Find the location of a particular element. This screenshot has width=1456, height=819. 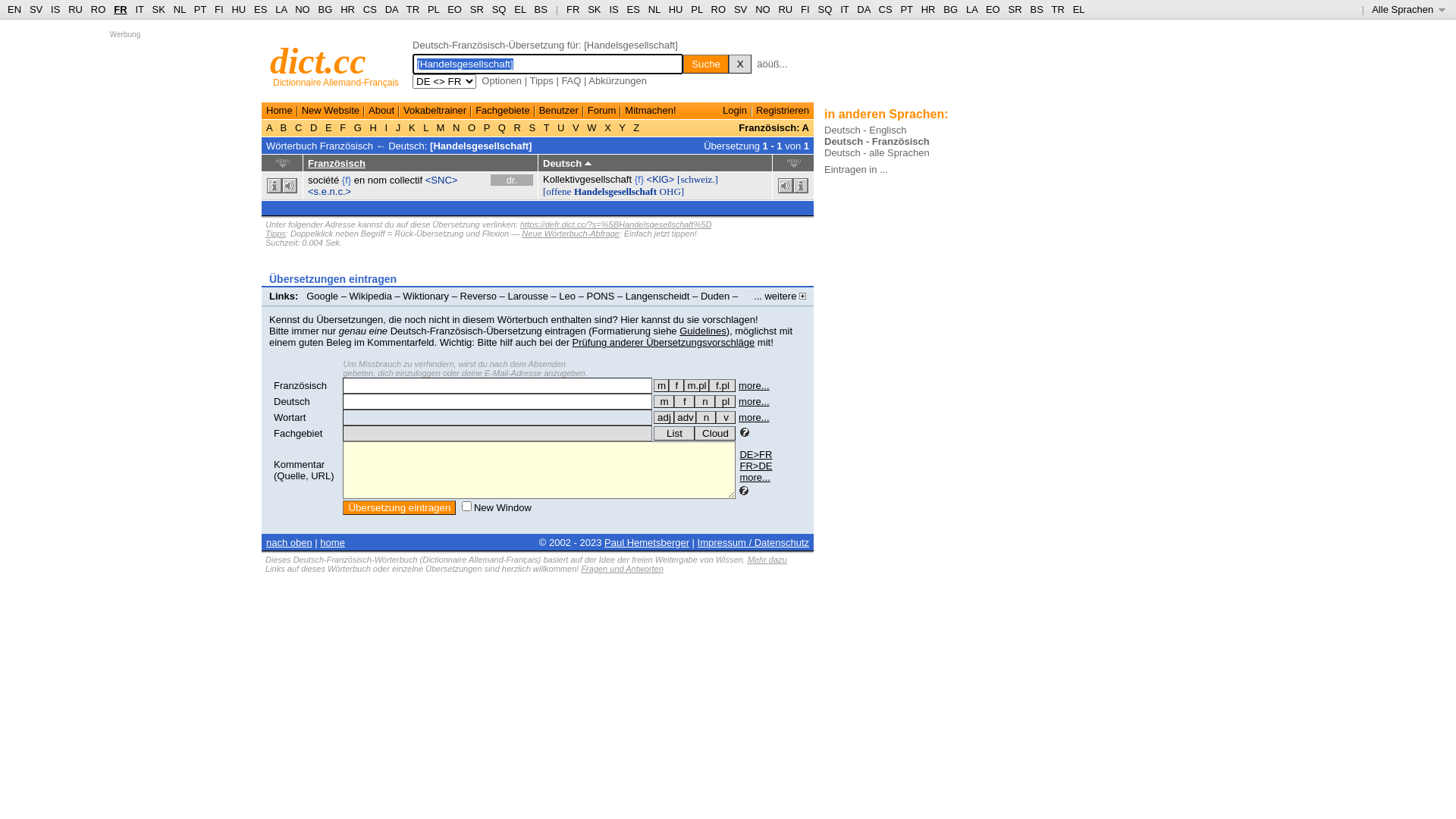

'Registrieren' is located at coordinates (783, 109).